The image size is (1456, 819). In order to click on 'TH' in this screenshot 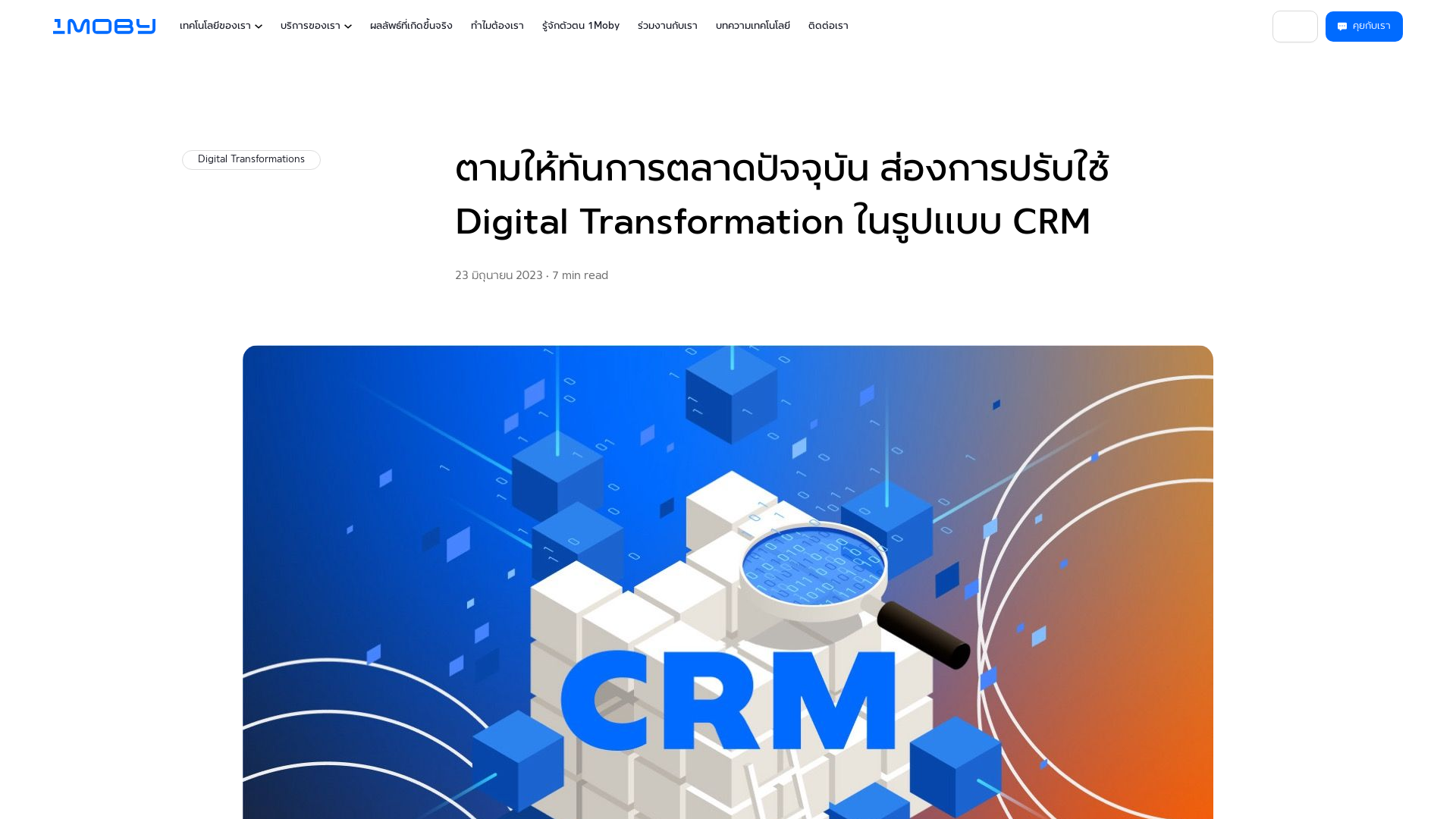, I will do `click(1294, 26)`.